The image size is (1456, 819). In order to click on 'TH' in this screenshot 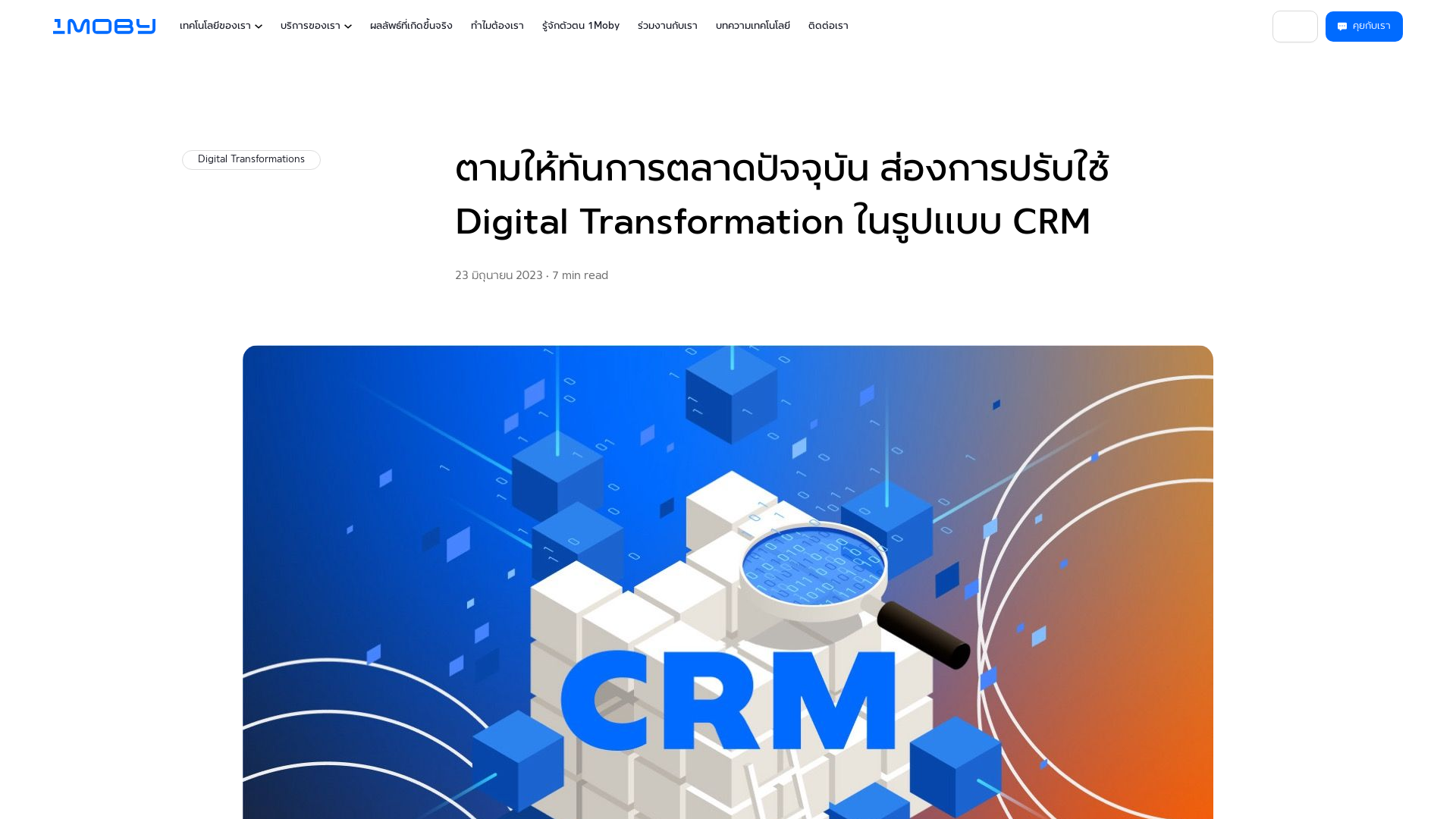, I will do `click(1294, 26)`.